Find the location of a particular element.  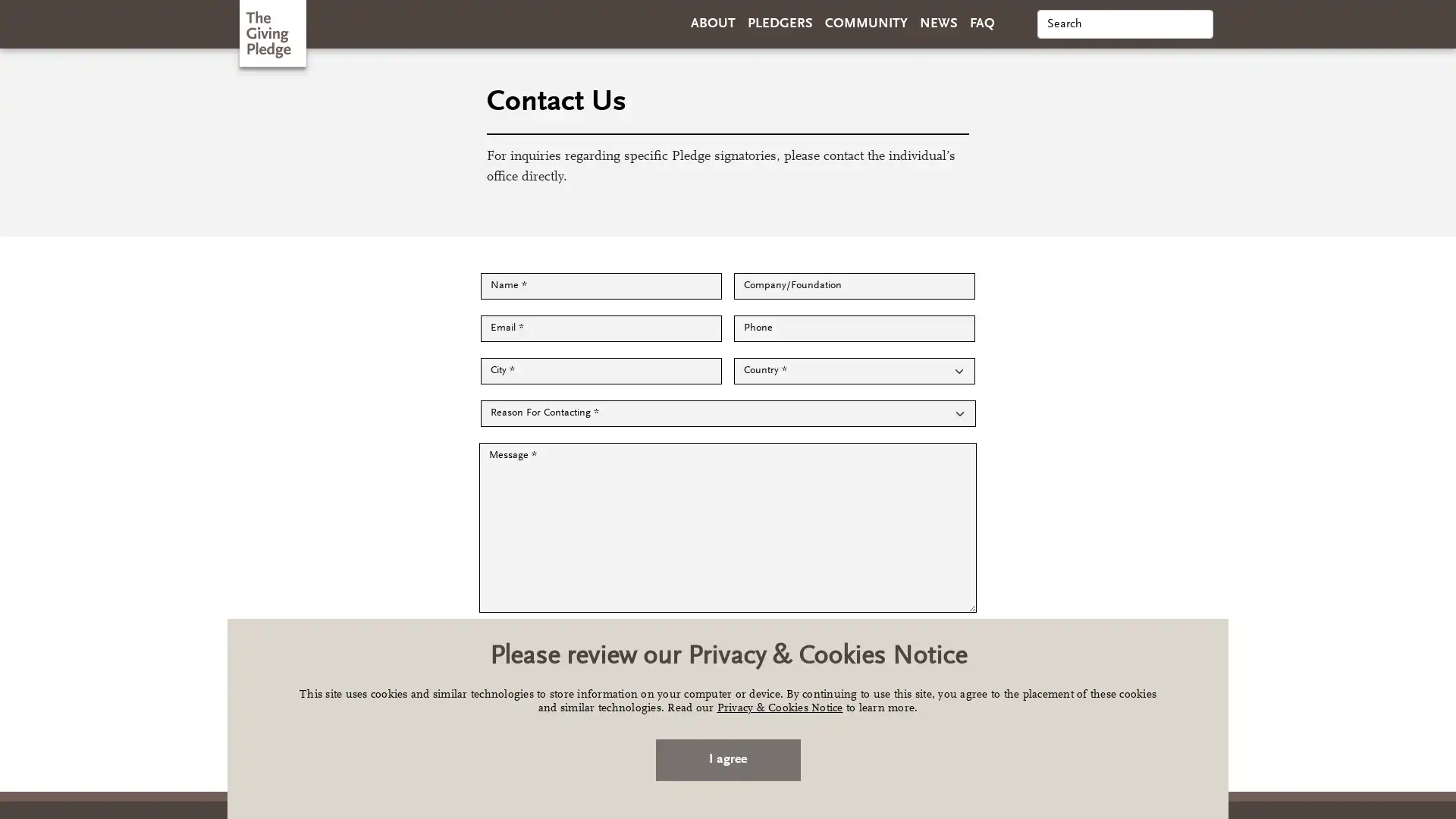

Send is located at coordinates (930, 720).